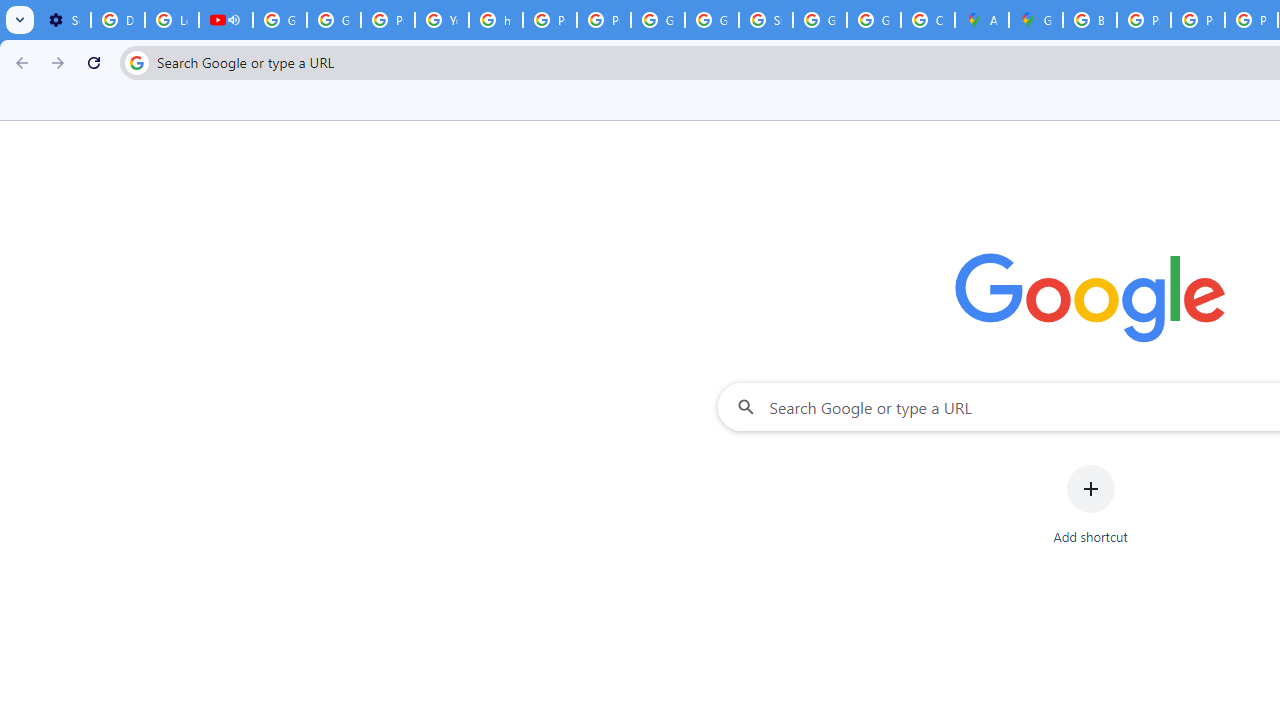 Image resolution: width=1280 pixels, height=720 pixels. Describe the element at coordinates (234, 20) in the screenshot. I see `'Mute tab'` at that location.